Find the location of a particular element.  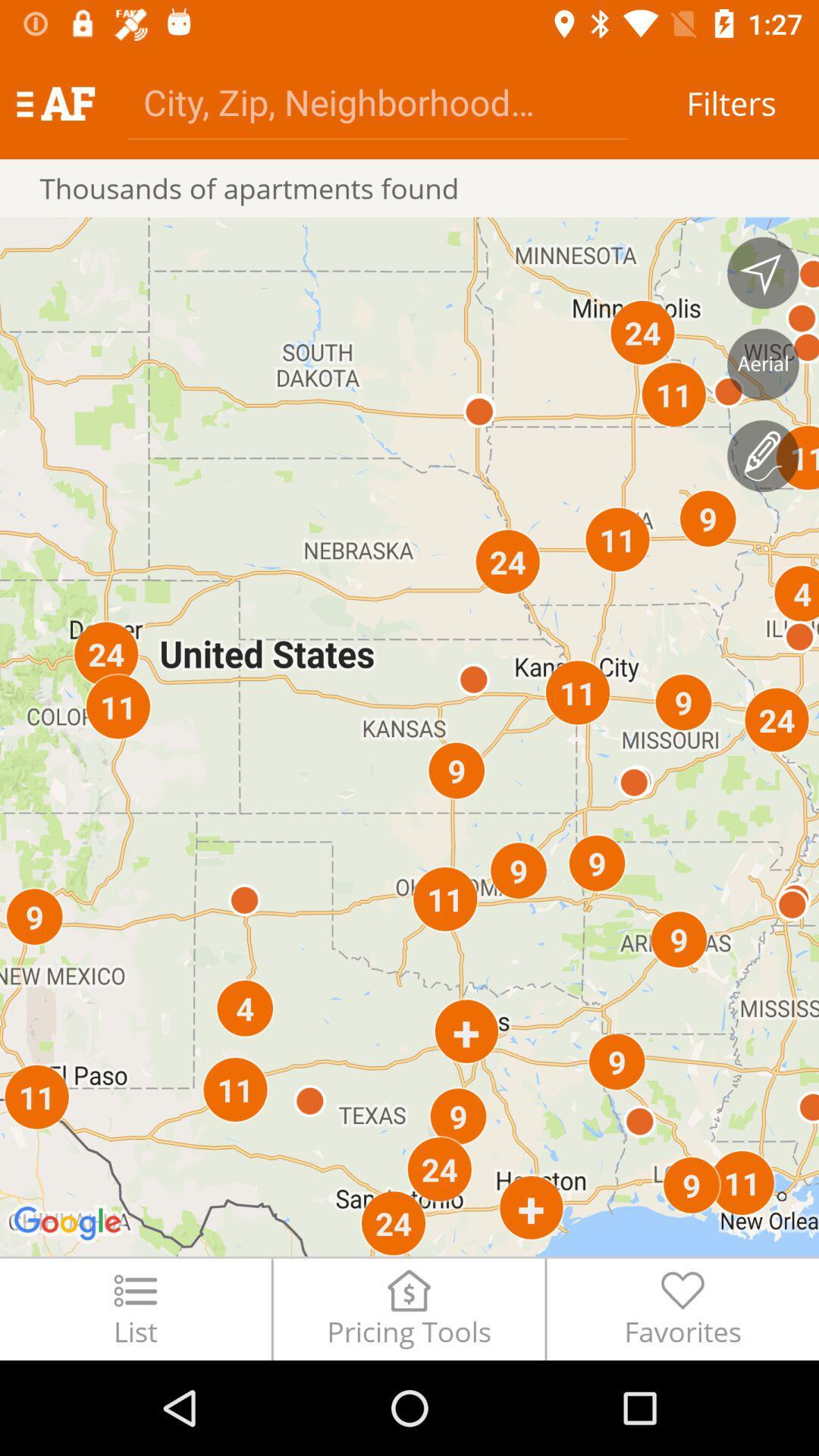

the pricing tools item is located at coordinates (408, 1308).